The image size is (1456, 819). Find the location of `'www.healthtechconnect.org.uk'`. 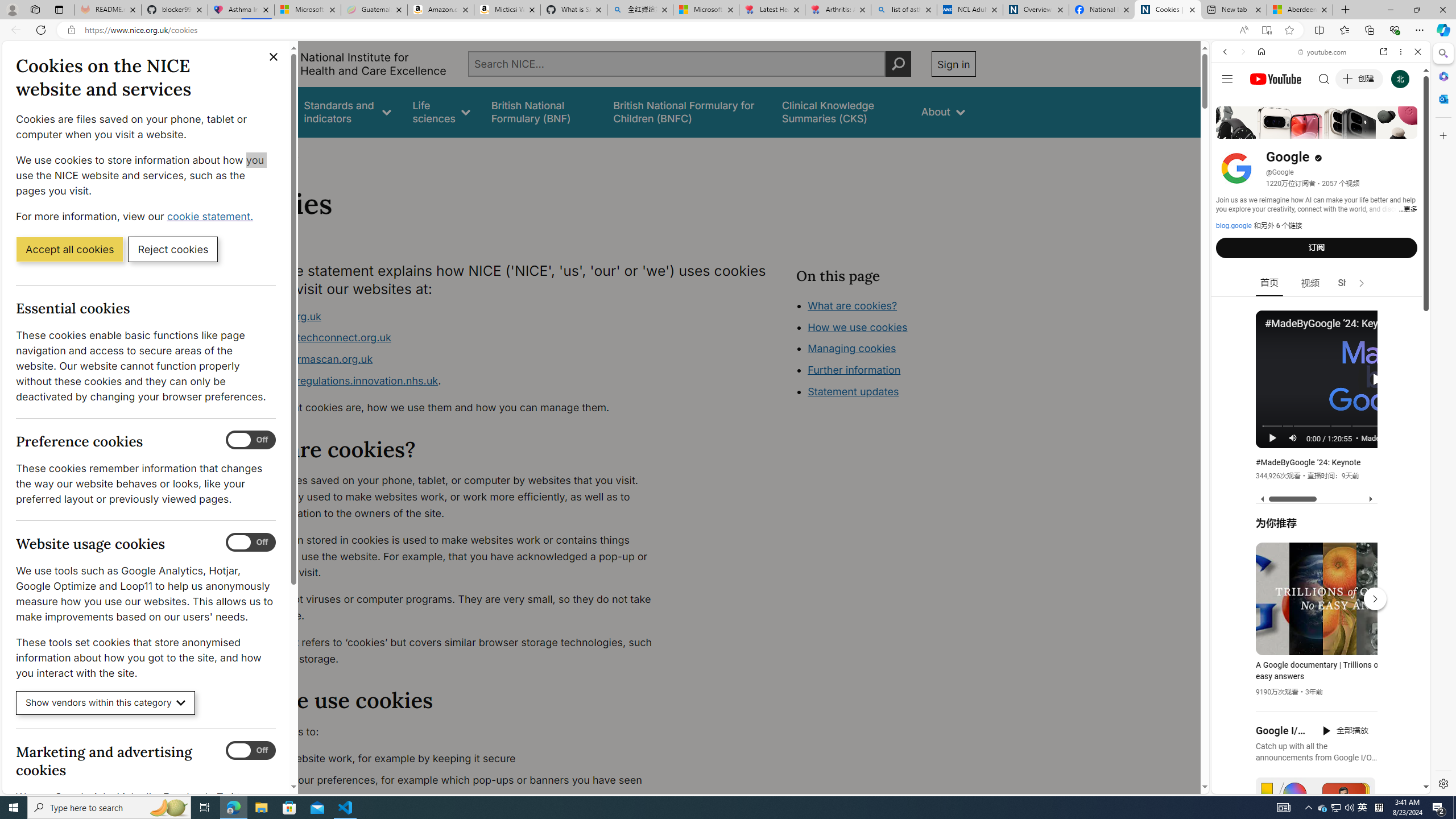

'www.healthtechconnect.org.uk' is located at coordinates (315, 337).